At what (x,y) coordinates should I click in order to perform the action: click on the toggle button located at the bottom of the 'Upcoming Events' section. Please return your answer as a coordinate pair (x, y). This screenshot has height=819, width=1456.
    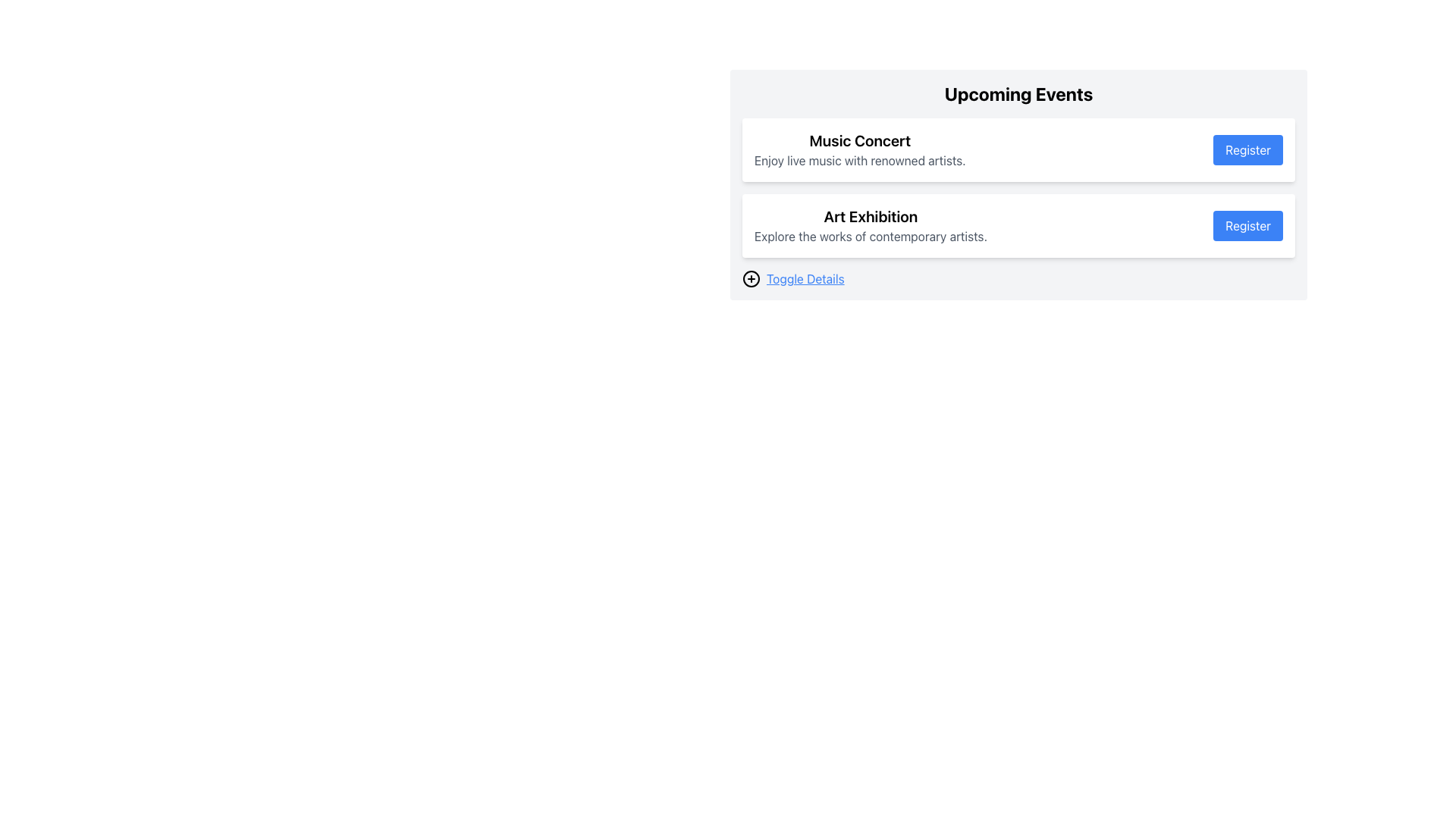
    Looking at the image, I should click on (1018, 278).